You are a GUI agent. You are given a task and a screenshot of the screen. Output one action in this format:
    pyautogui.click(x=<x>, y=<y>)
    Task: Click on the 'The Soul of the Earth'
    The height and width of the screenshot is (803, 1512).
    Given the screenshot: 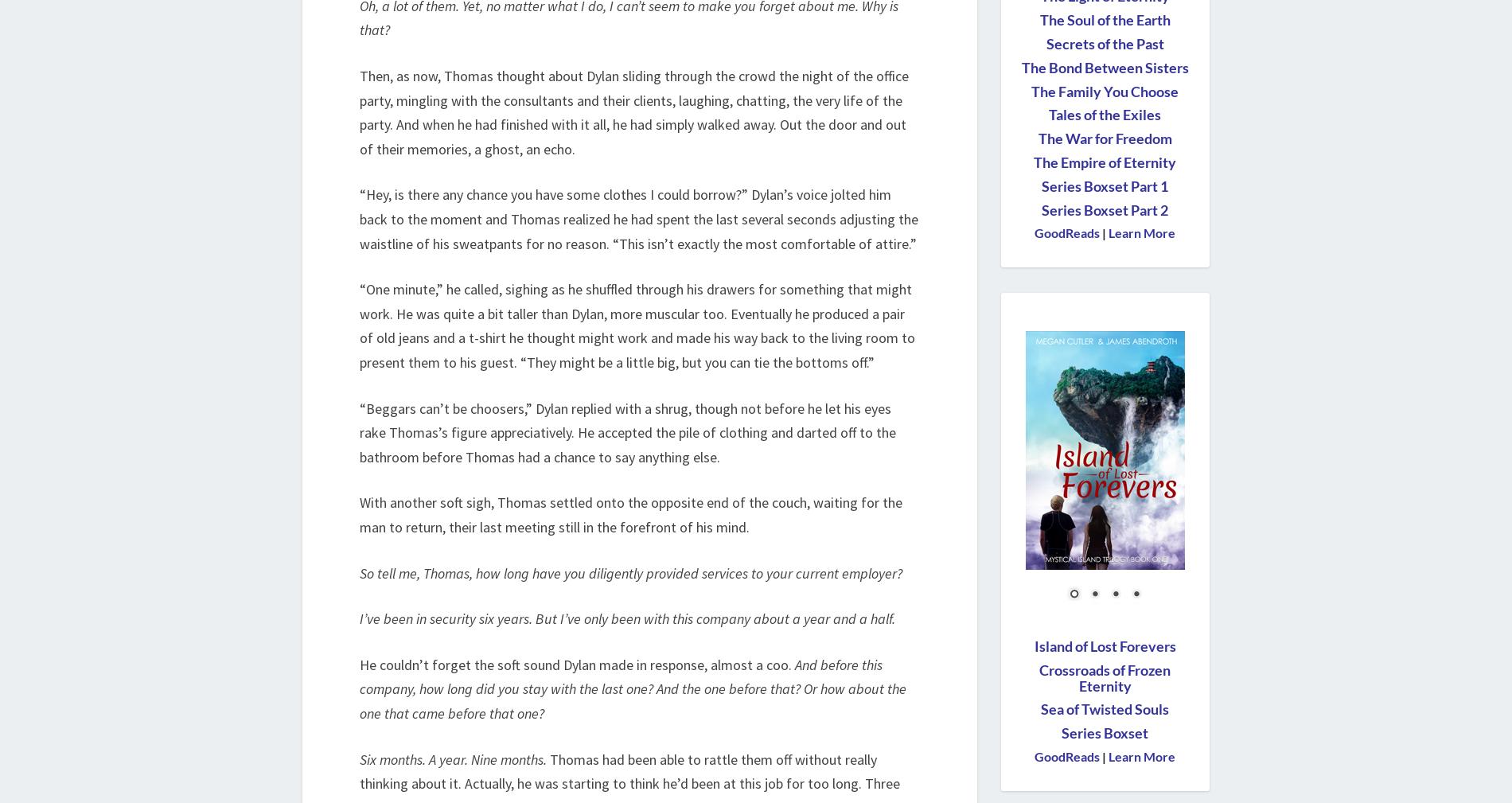 What is the action you would take?
    pyautogui.click(x=1039, y=20)
    